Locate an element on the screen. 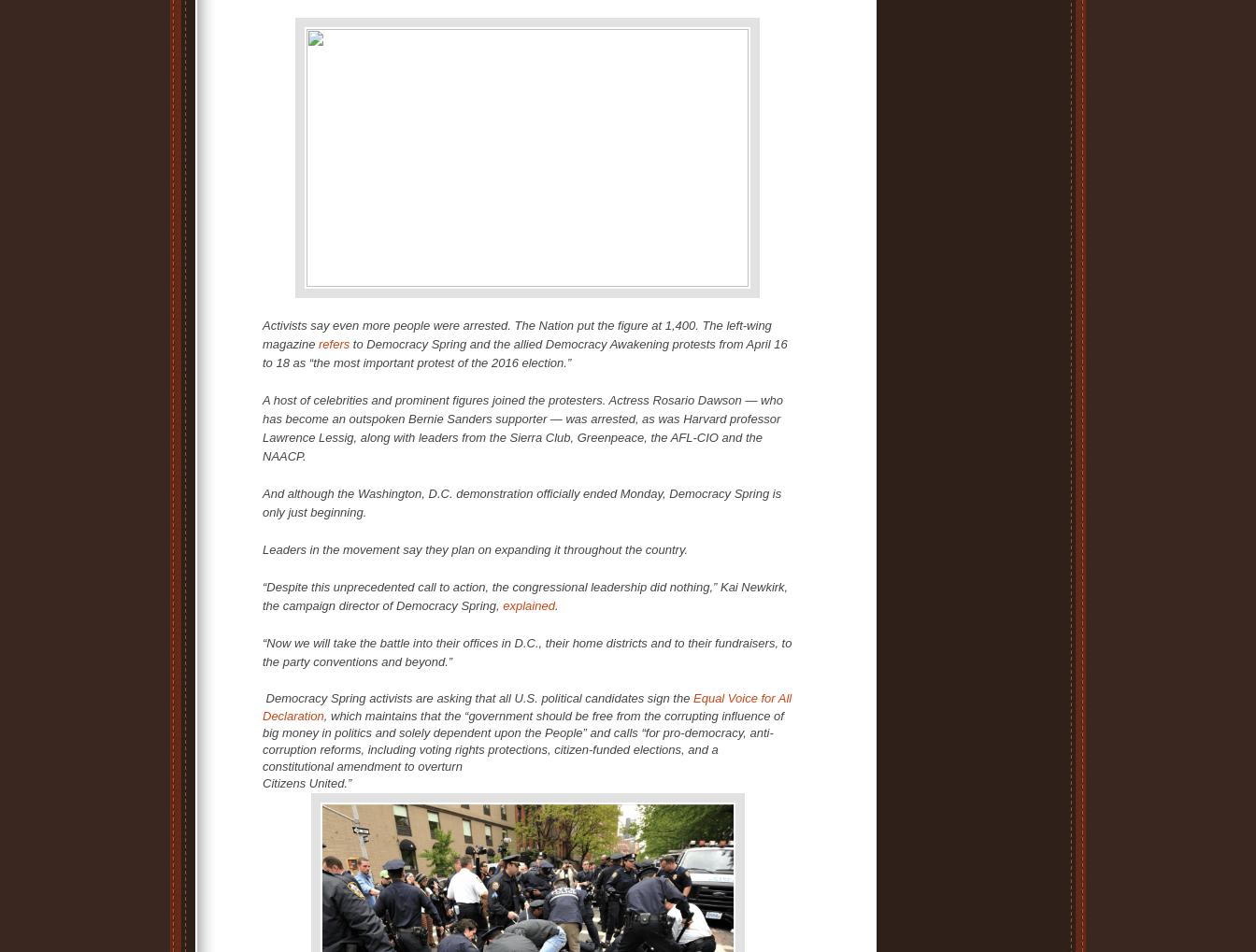  'Citizens United.”' is located at coordinates (307, 782).